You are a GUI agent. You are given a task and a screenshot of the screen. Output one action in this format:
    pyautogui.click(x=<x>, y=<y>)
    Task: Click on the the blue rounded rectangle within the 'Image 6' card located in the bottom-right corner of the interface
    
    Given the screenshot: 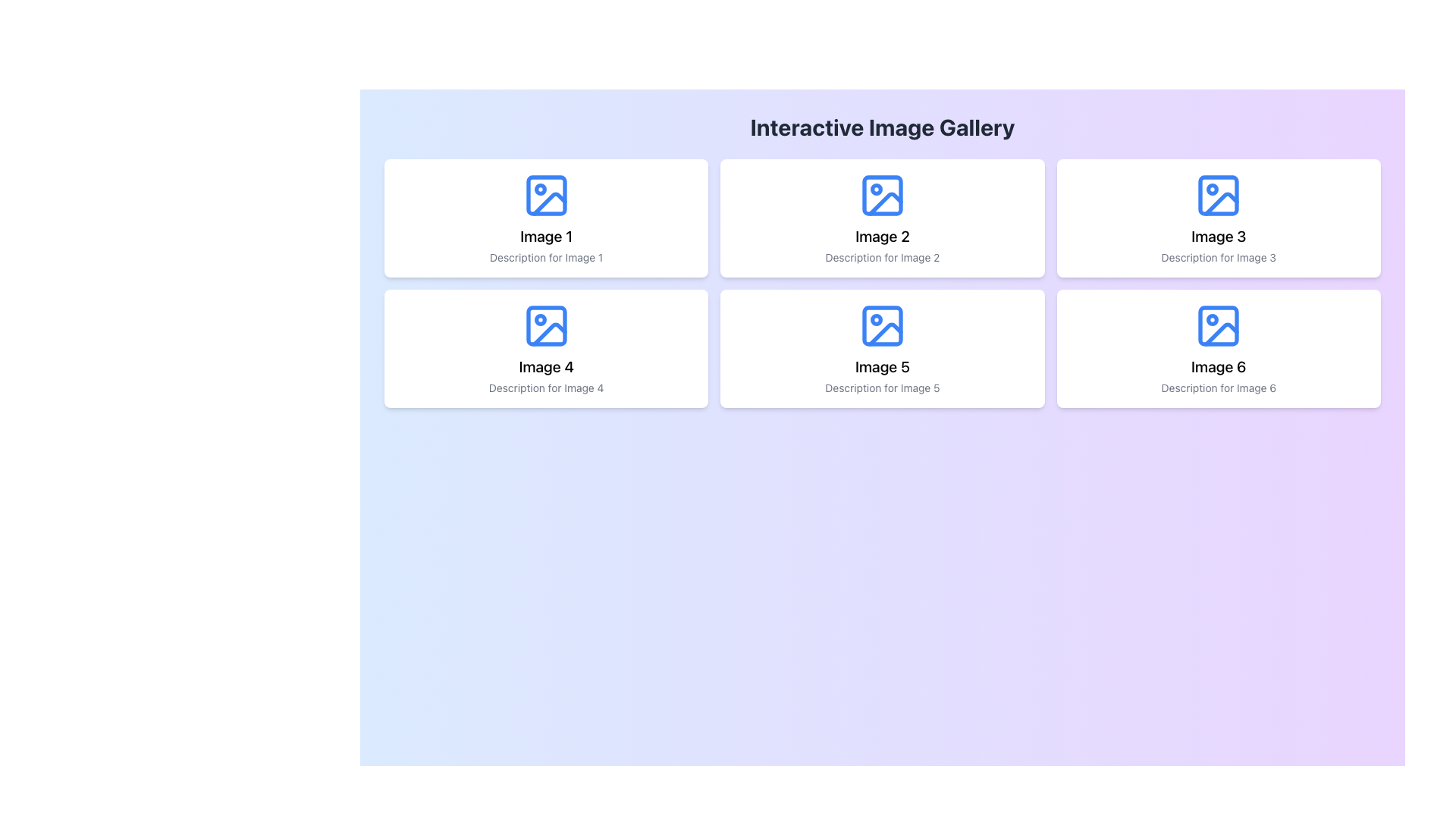 What is the action you would take?
    pyautogui.click(x=1219, y=325)
    